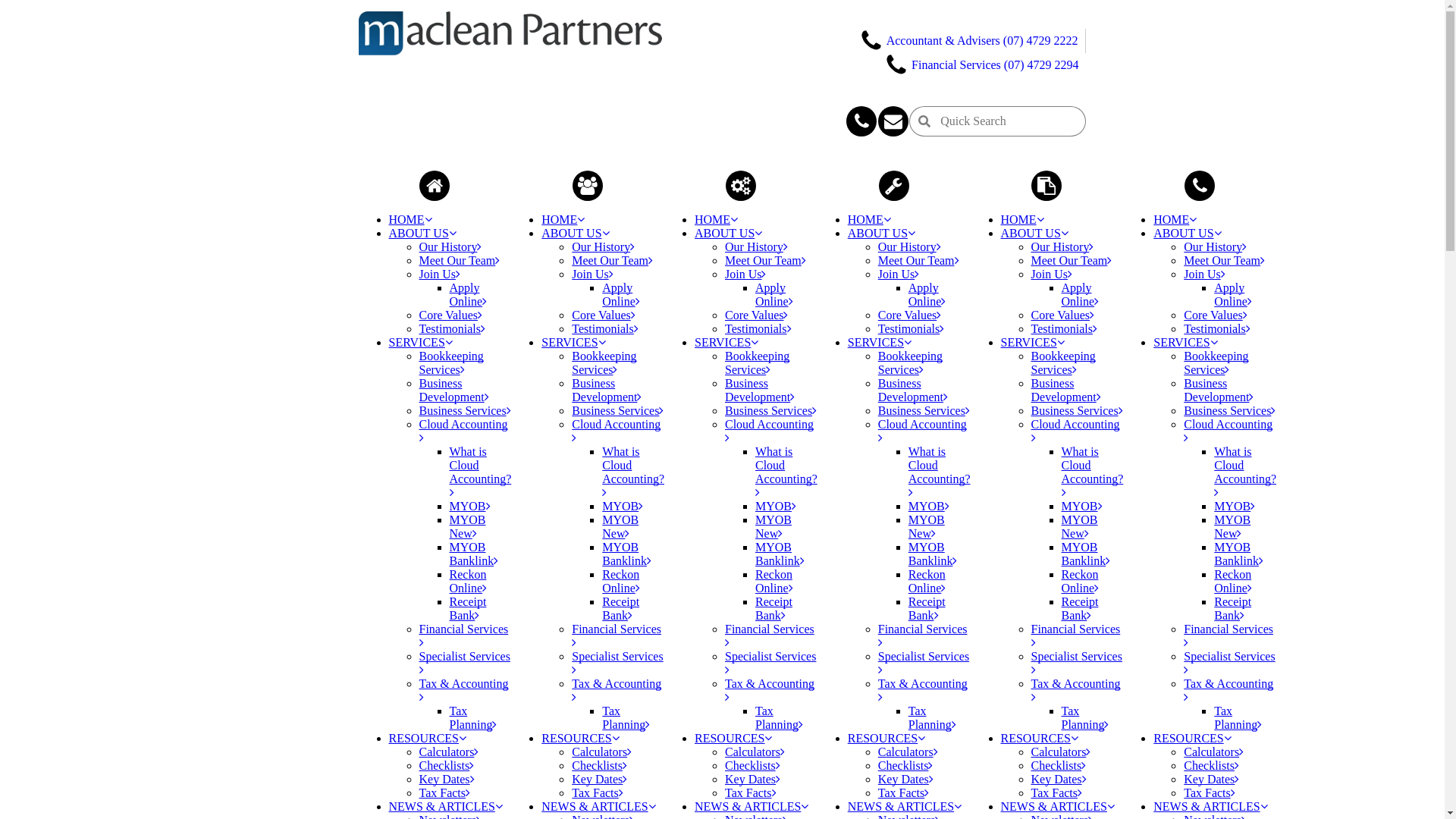 The image size is (1456, 819). What do you see at coordinates (570, 314) in the screenshot?
I see `'Core Values'` at bounding box center [570, 314].